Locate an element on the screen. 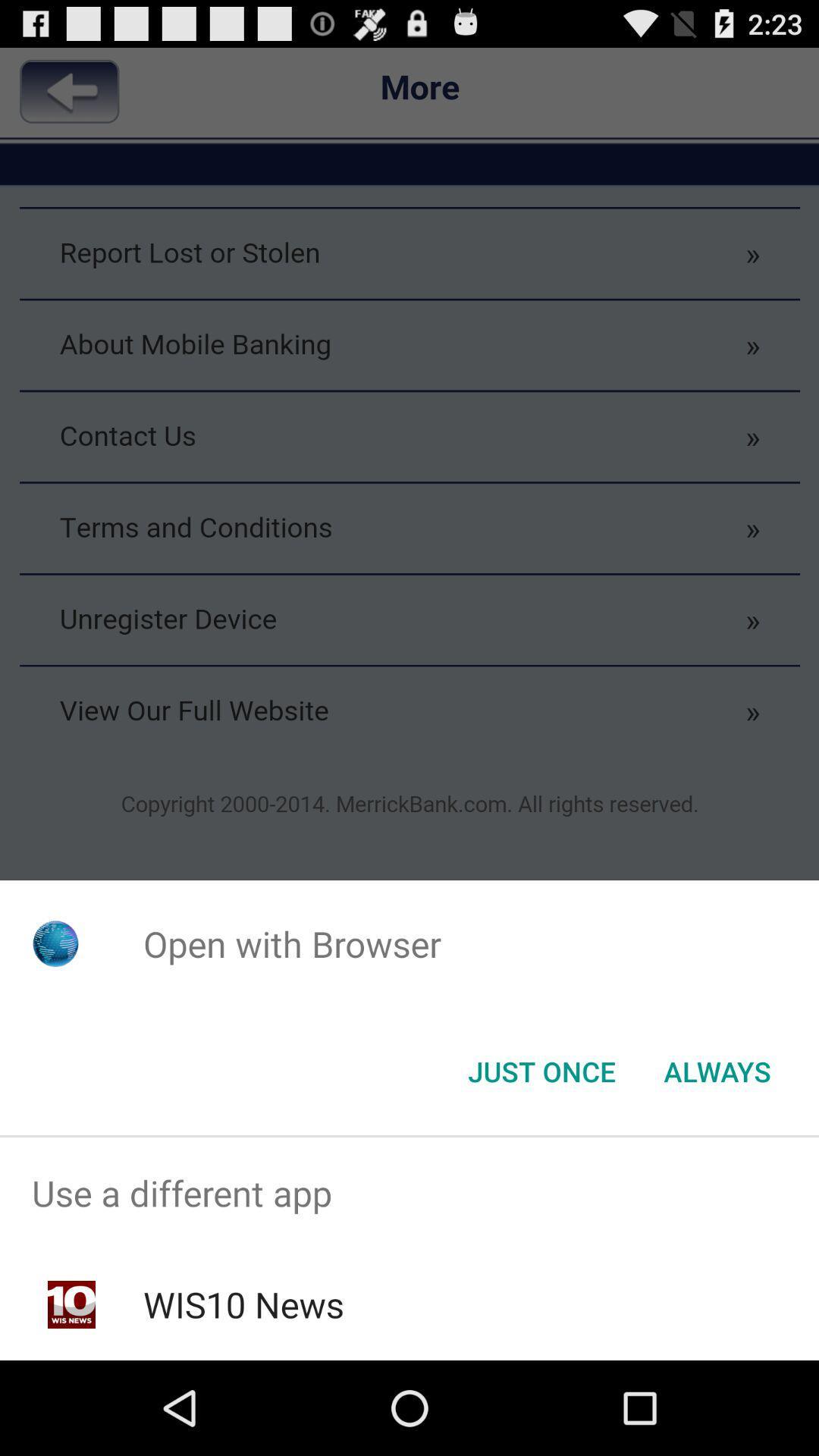  the wis10 news is located at coordinates (243, 1304).